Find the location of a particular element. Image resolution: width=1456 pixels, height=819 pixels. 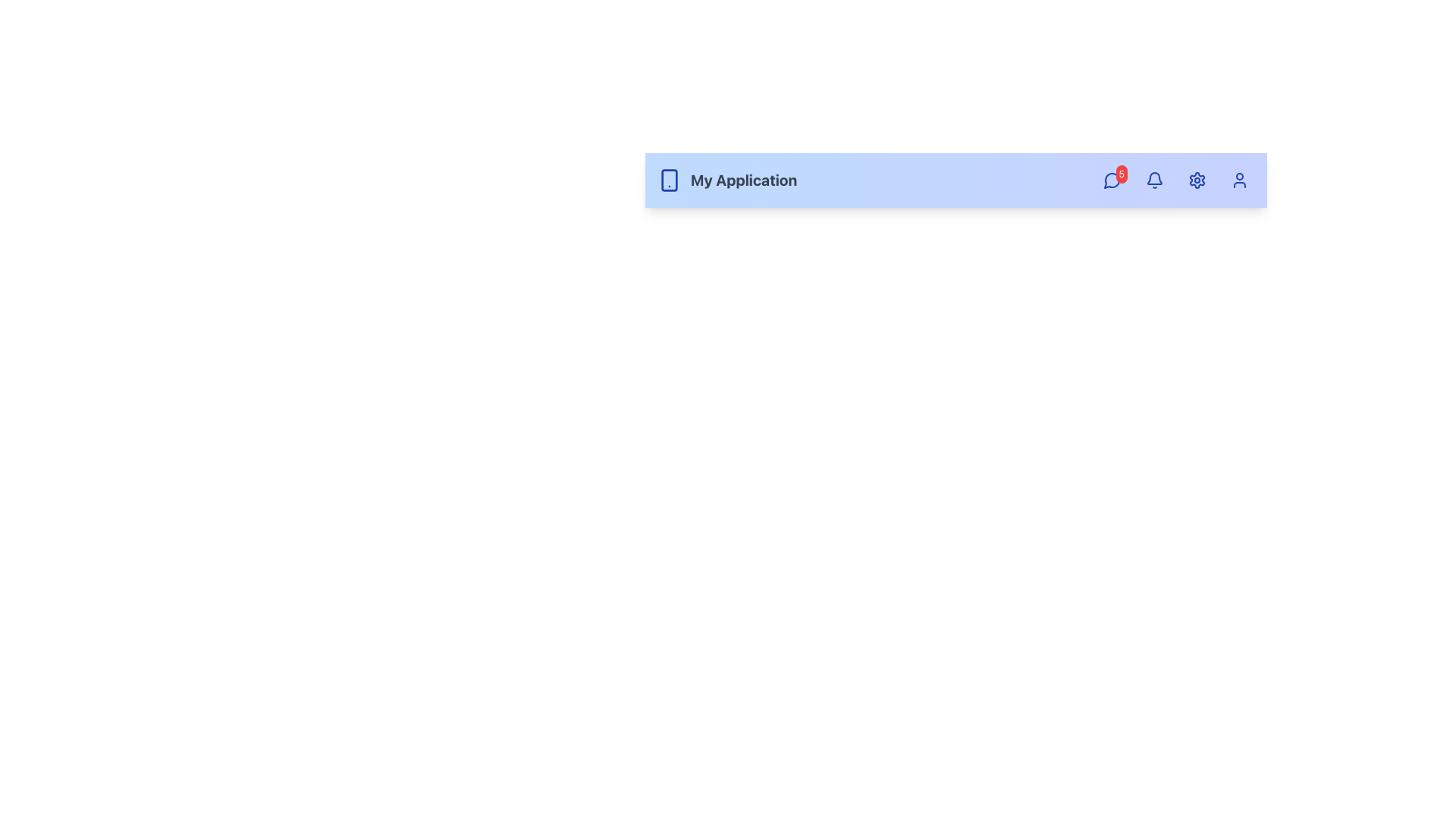

the gear icon in the navigation bar, which is the fourth icon from the left is located at coordinates (1197, 180).